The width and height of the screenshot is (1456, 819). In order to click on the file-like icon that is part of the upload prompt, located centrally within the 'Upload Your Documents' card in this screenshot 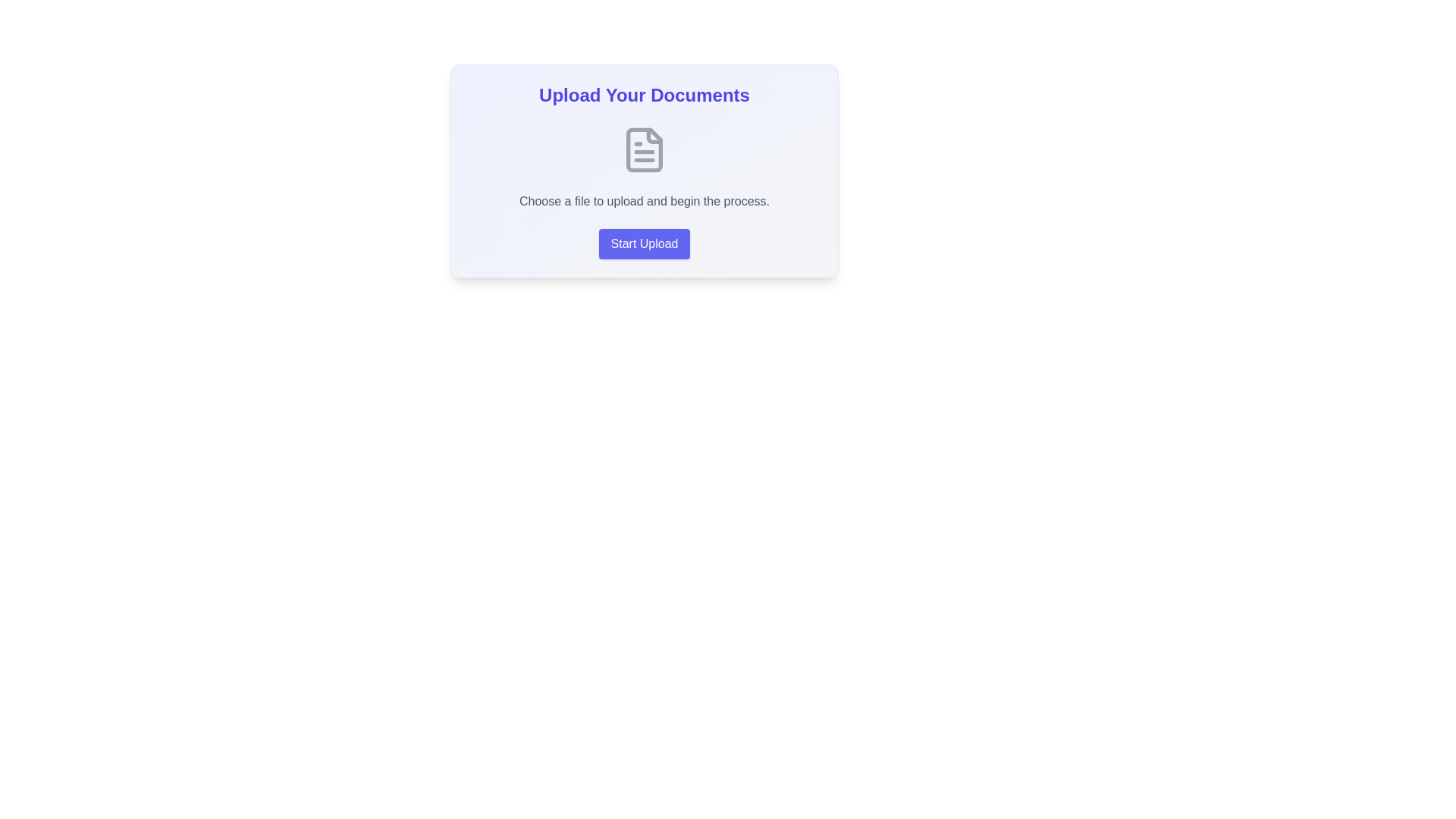, I will do `click(644, 149)`.